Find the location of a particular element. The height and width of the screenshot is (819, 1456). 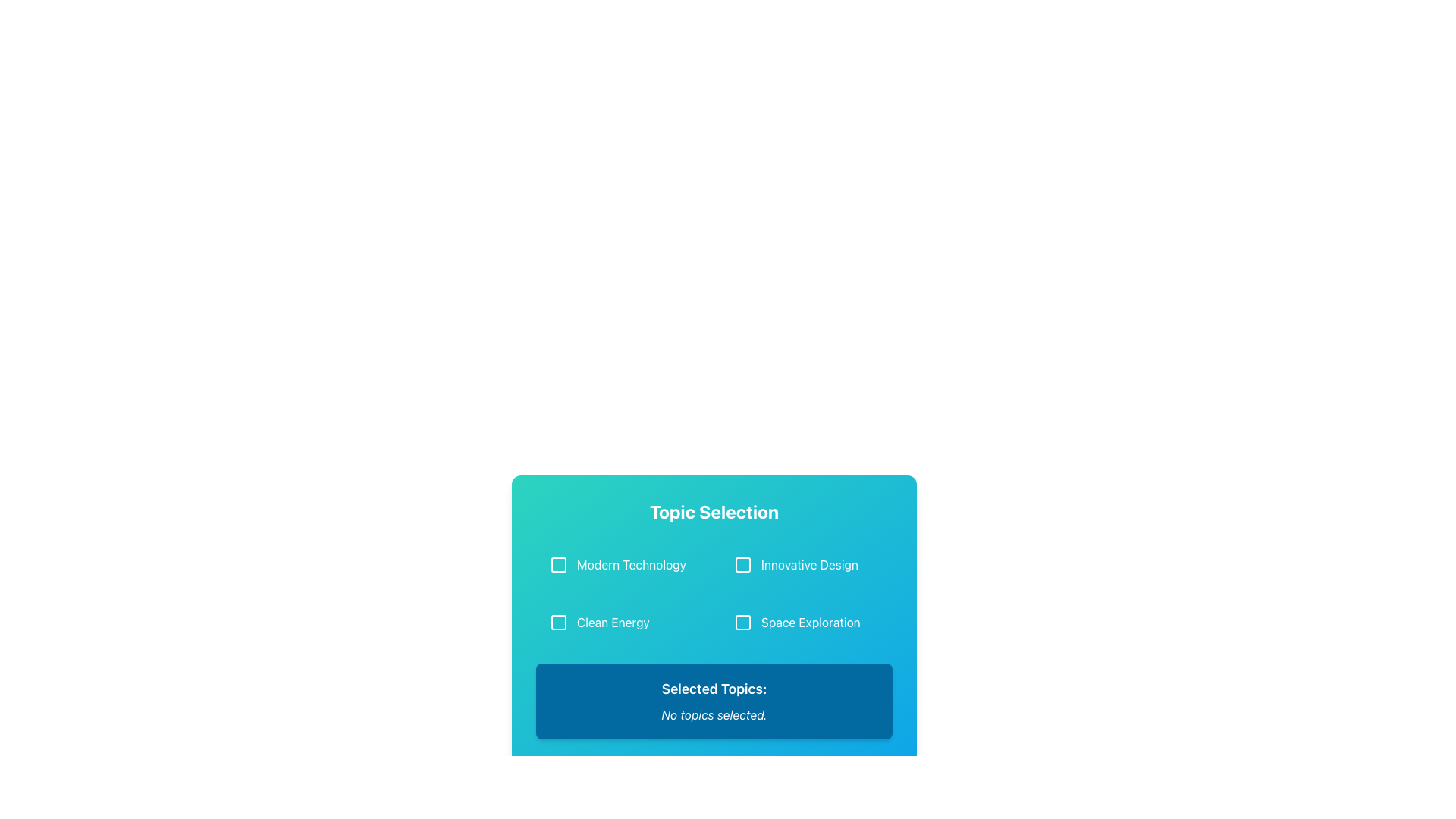

the checkbox for selecting the topic 'Innovative Design' is located at coordinates (742, 564).